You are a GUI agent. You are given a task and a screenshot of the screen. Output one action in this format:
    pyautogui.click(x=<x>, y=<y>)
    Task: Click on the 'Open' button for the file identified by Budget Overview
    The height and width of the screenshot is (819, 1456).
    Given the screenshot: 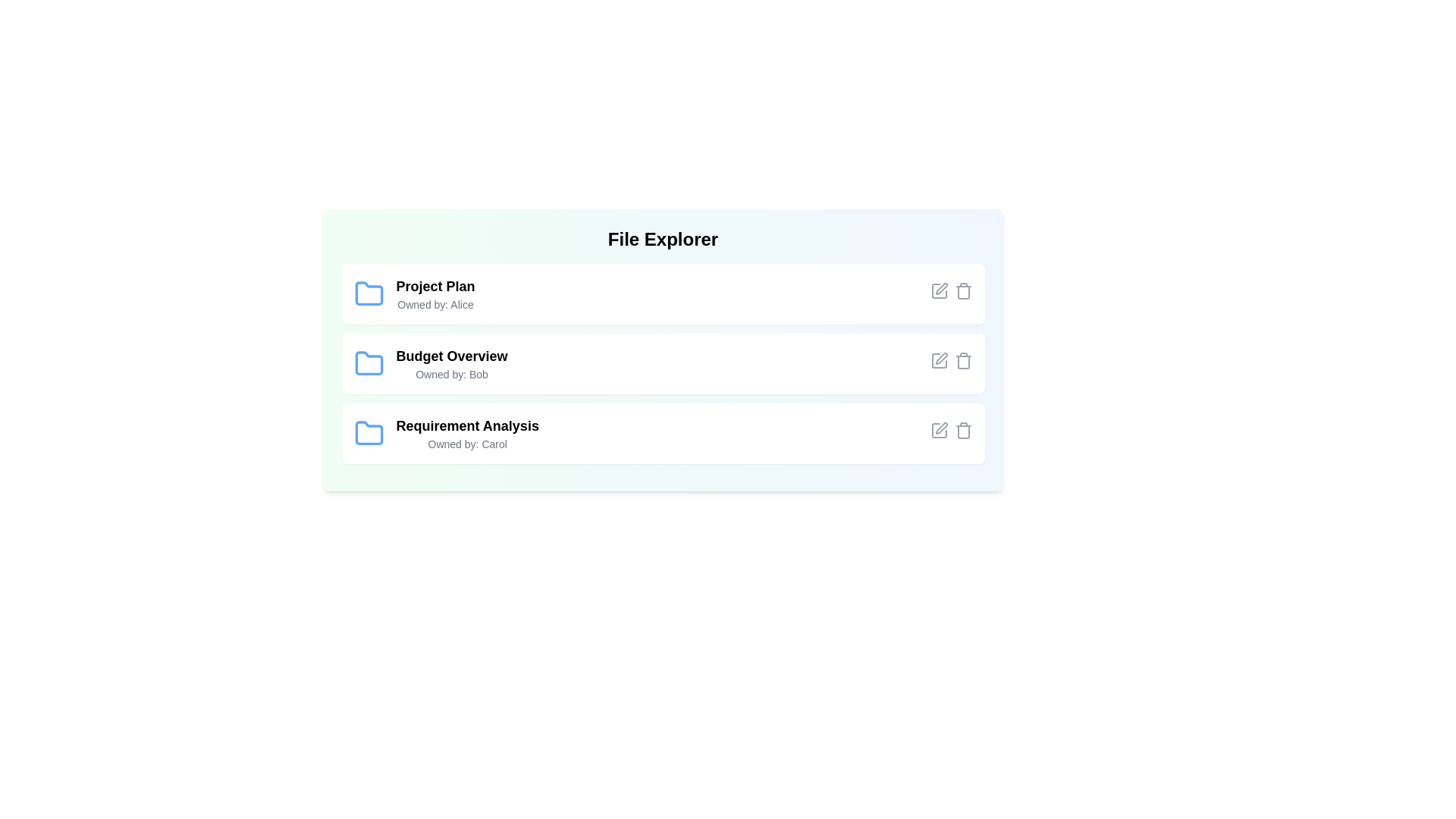 What is the action you would take?
    pyautogui.click(x=893, y=363)
    